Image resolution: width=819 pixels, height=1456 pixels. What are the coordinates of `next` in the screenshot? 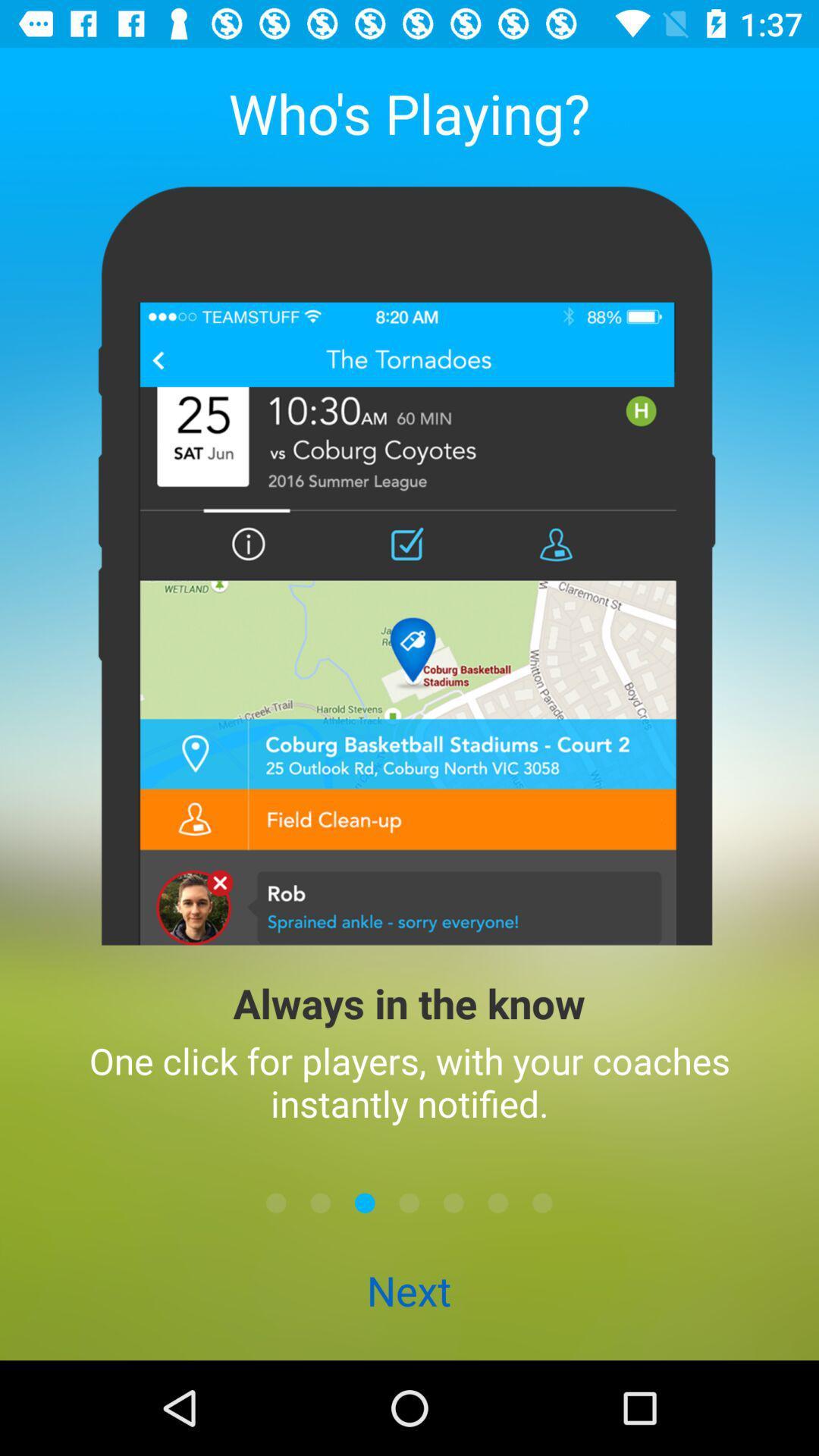 It's located at (408, 1291).